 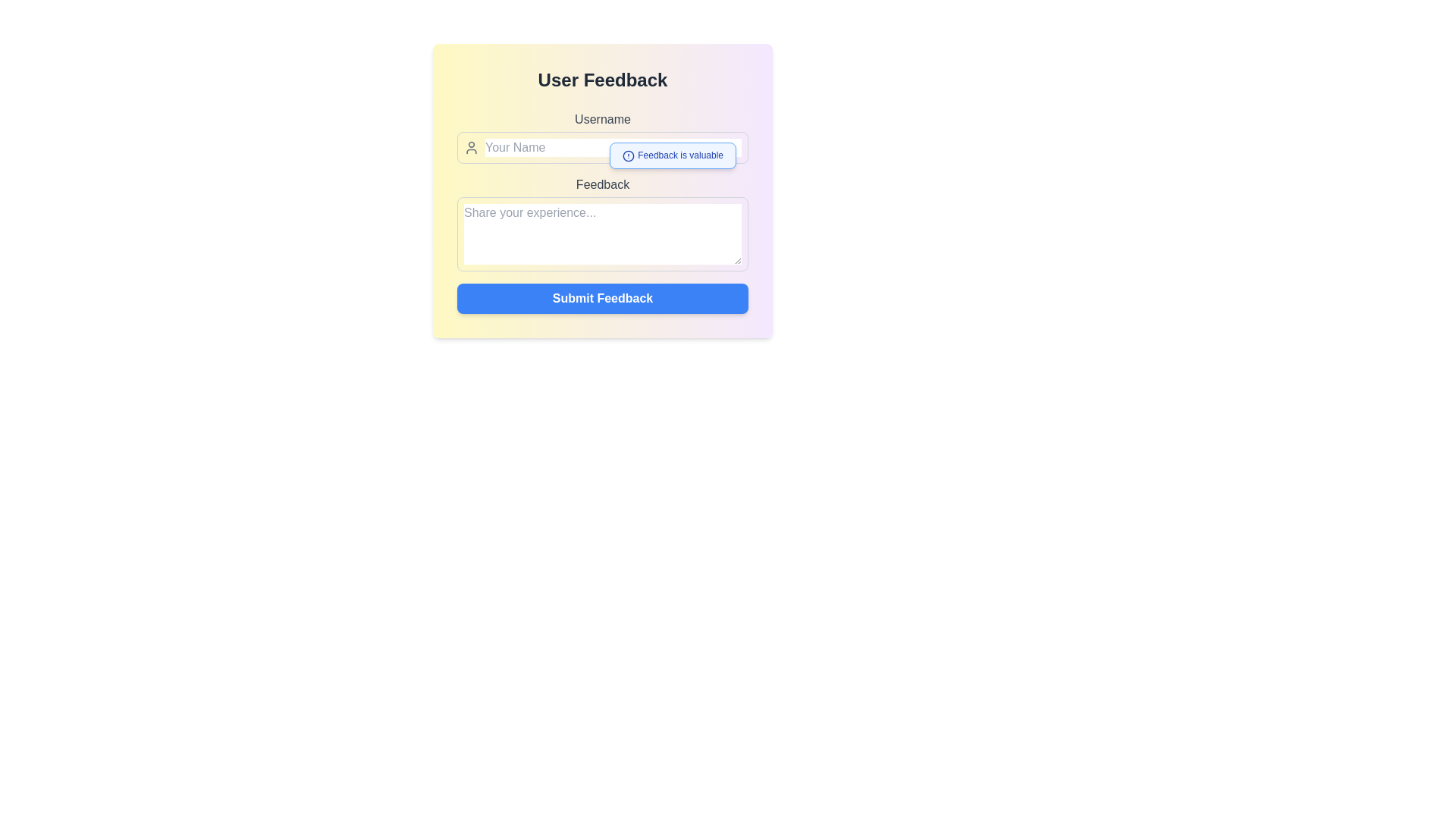 I want to click on the username text input field, so click(x=602, y=137).